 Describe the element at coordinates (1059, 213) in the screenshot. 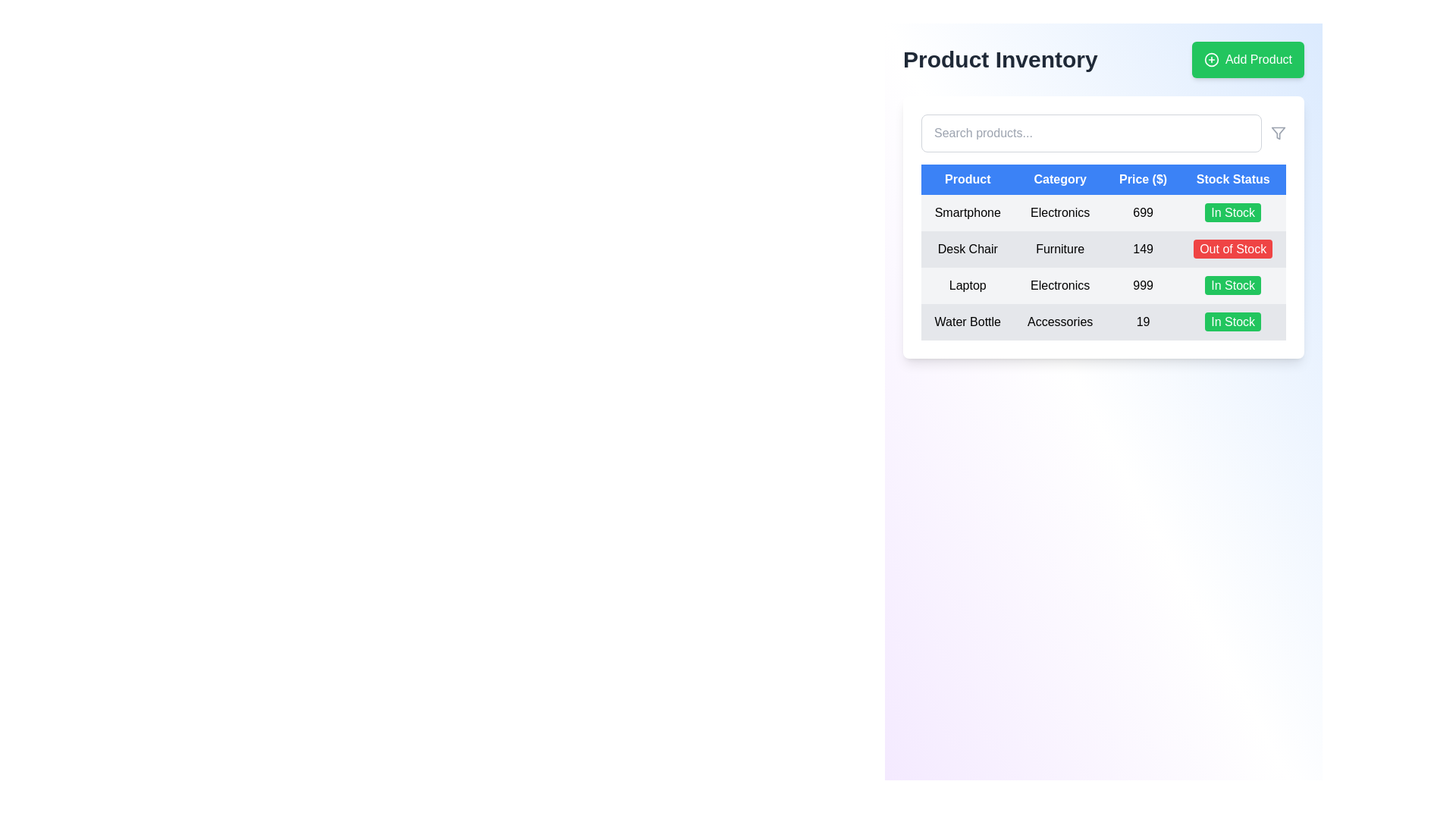

I see `the 'Electronics' text label, which is displayed in black font against a light background, located in the second column of the first data row of a product information table` at that location.